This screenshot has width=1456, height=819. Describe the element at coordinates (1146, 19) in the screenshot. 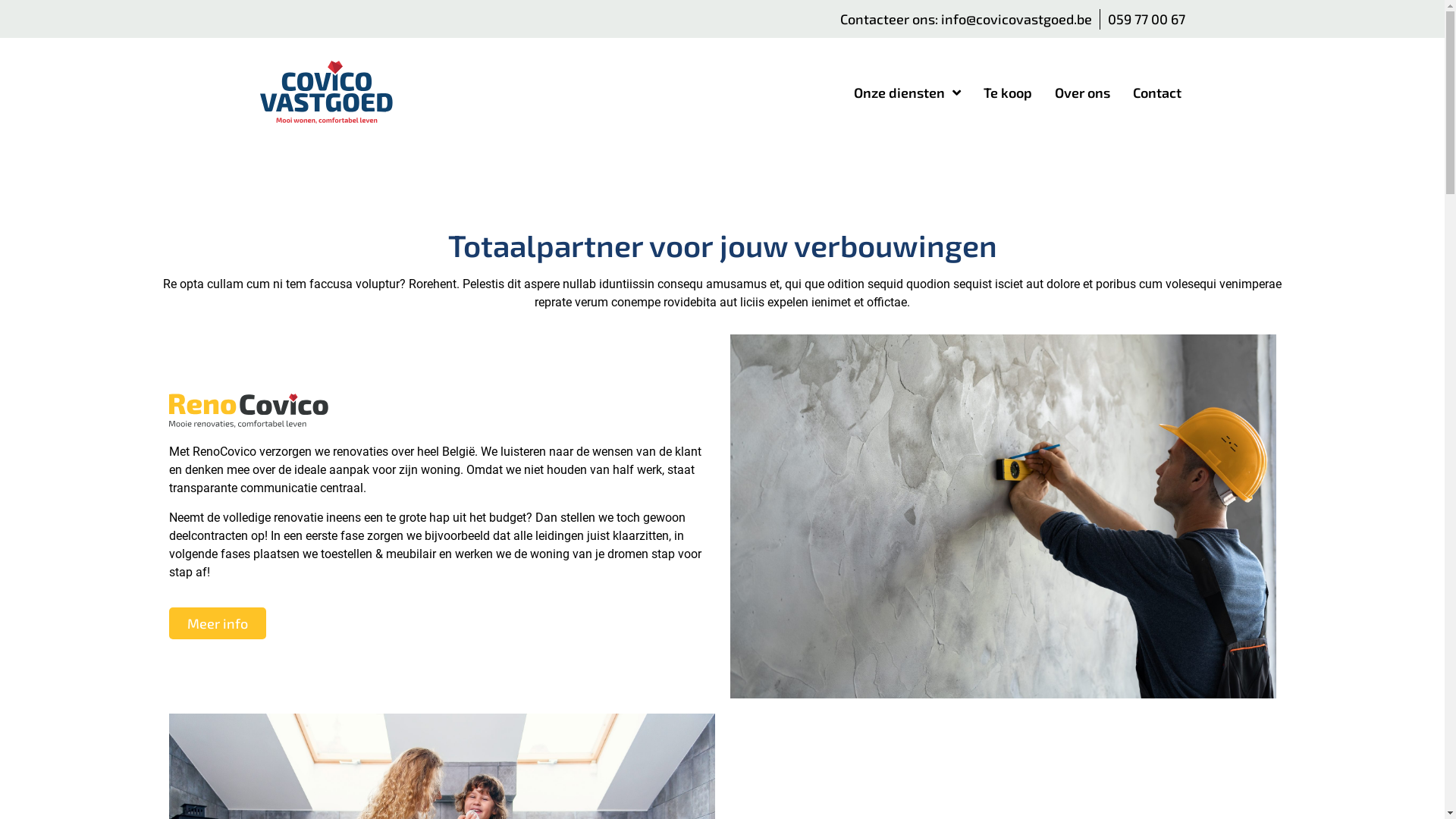

I see `'059 77 00 67'` at that location.